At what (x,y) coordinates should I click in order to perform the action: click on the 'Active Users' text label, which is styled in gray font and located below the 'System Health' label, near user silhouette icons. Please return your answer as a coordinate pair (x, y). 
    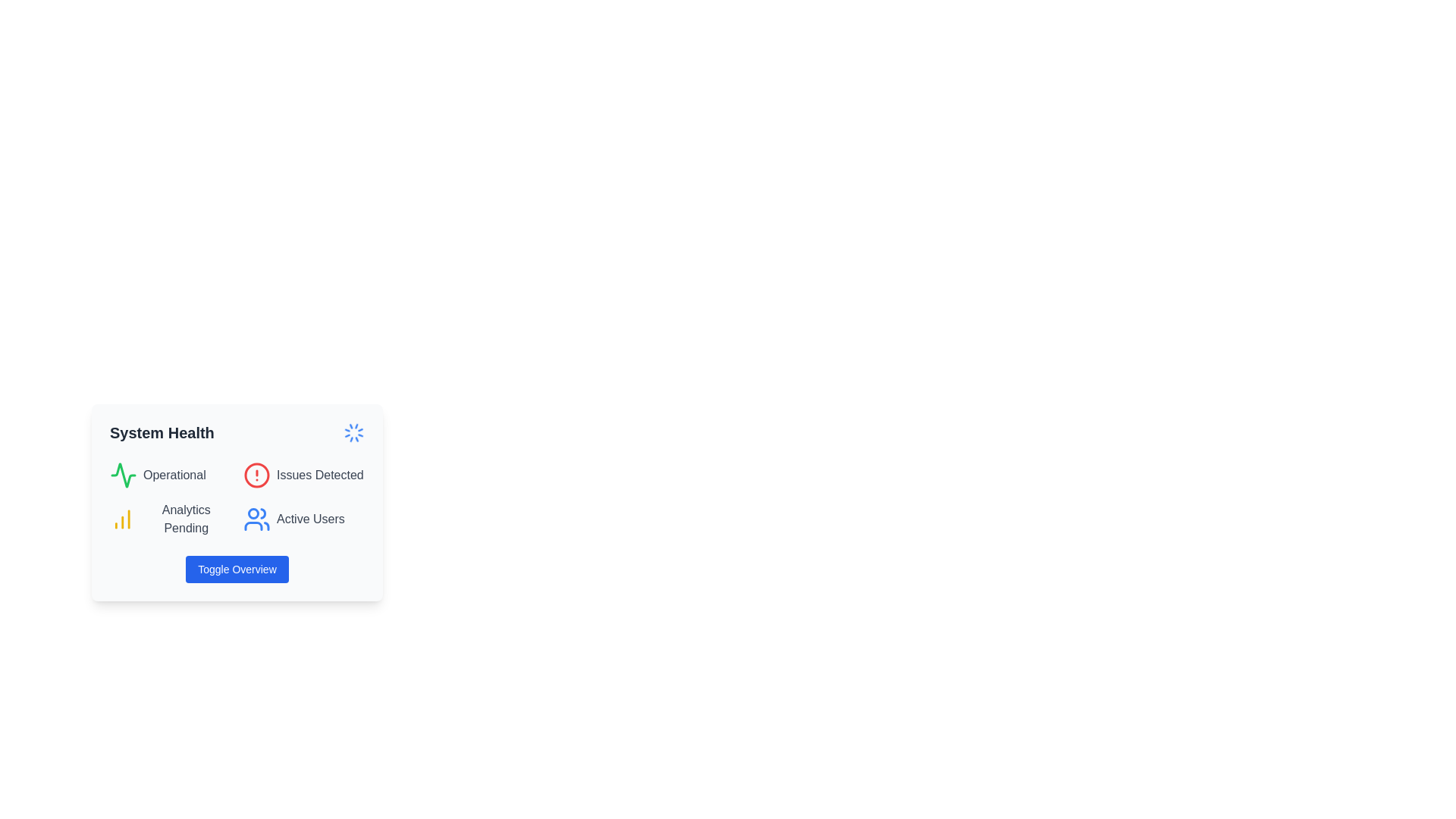
    Looking at the image, I should click on (309, 519).